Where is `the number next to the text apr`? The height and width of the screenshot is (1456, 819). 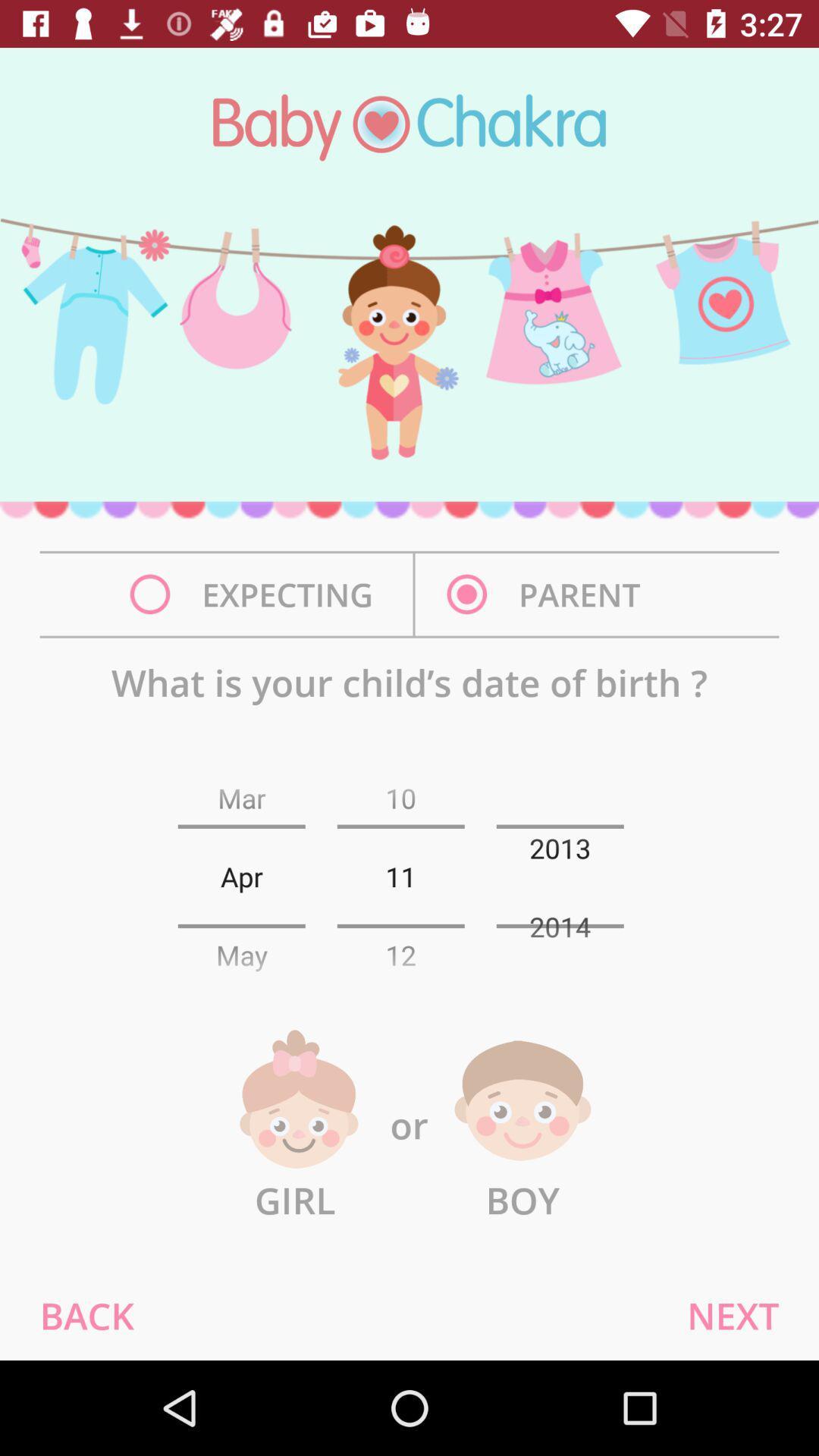
the number next to the text apr is located at coordinates (400, 877).